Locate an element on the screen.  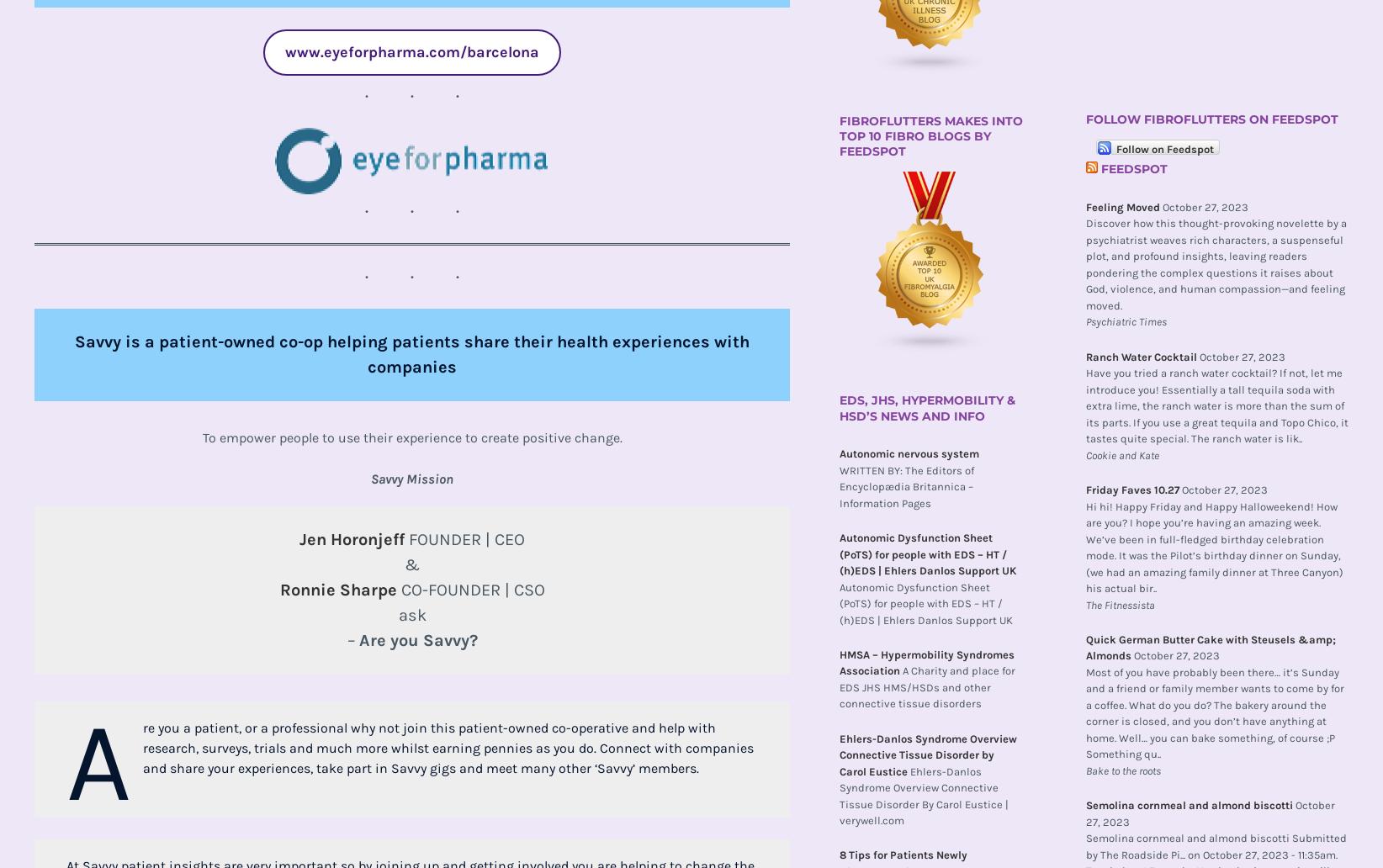
'Feeling Moved' is located at coordinates (1121, 205).